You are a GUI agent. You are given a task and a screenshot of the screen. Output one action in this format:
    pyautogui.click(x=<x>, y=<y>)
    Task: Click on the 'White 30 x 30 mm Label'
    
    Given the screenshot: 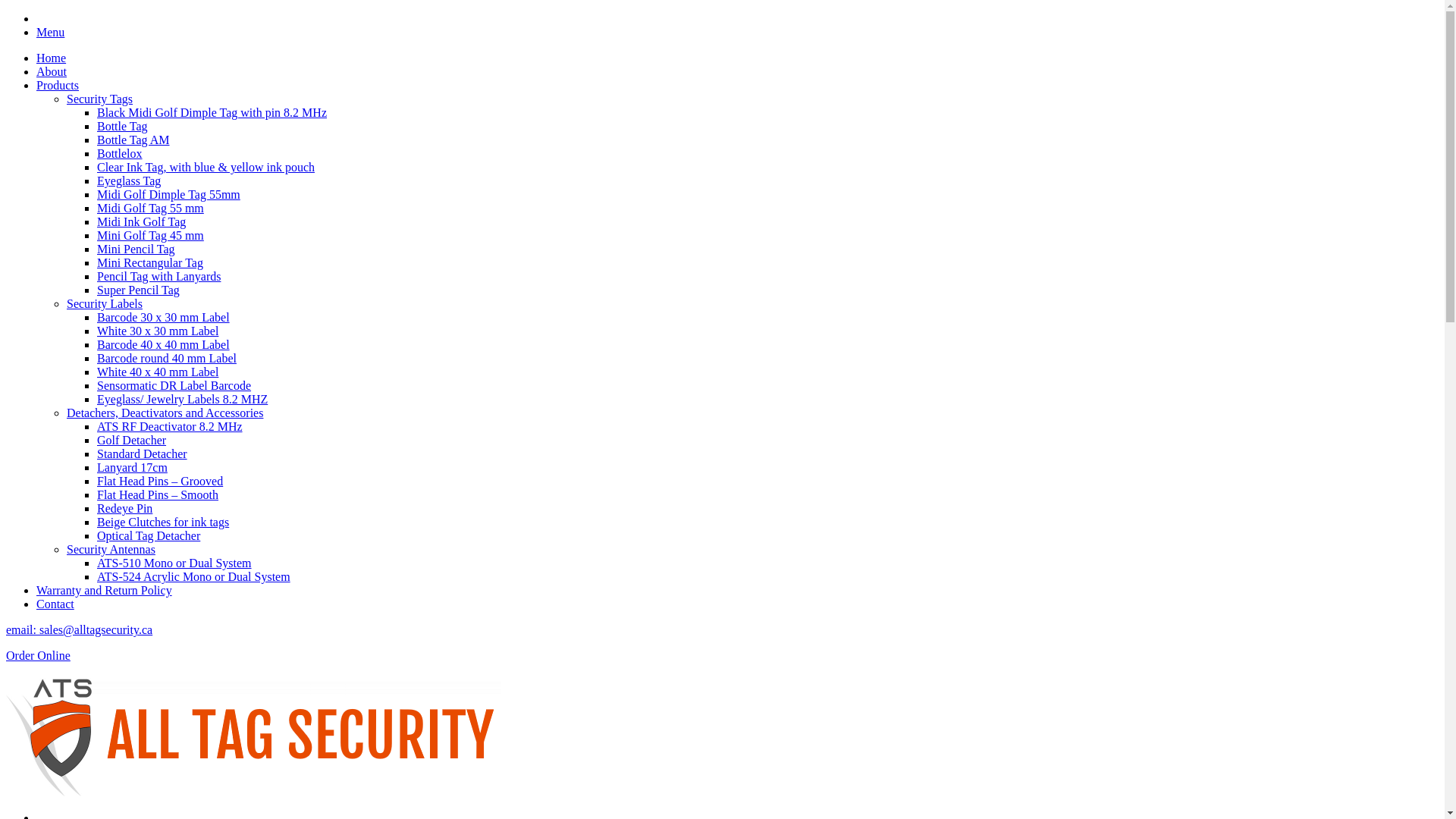 What is the action you would take?
    pyautogui.click(x=96, y=330)
    